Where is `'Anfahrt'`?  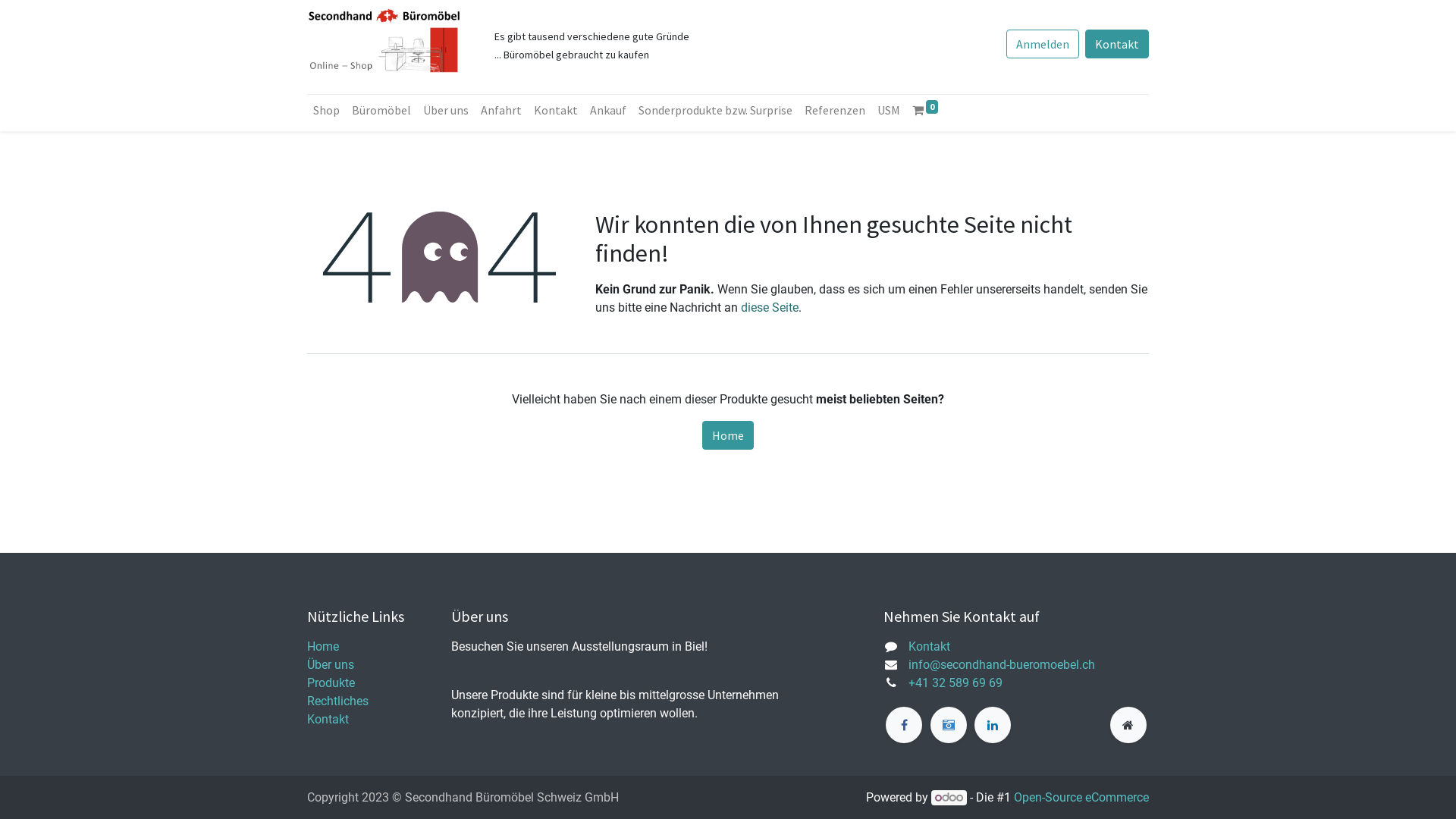
'Anfahrt' is located at coordinates (501, 109).